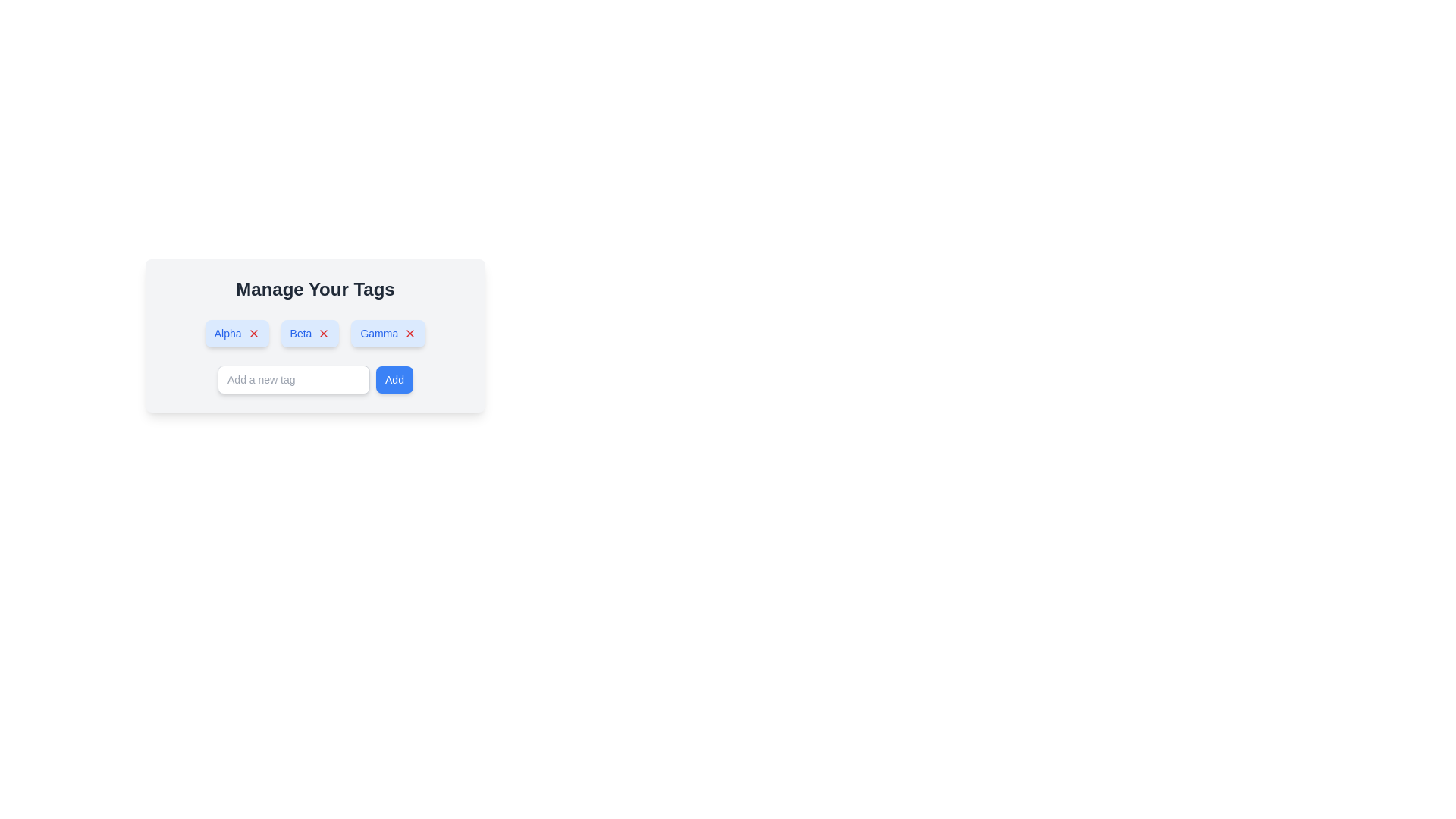 This screenshot has width=1456, height=819. What do you see at coordinates (394, 379) in the screenshot?
I see `the 'Add a new tag' button` at bounding box center [394, 379].